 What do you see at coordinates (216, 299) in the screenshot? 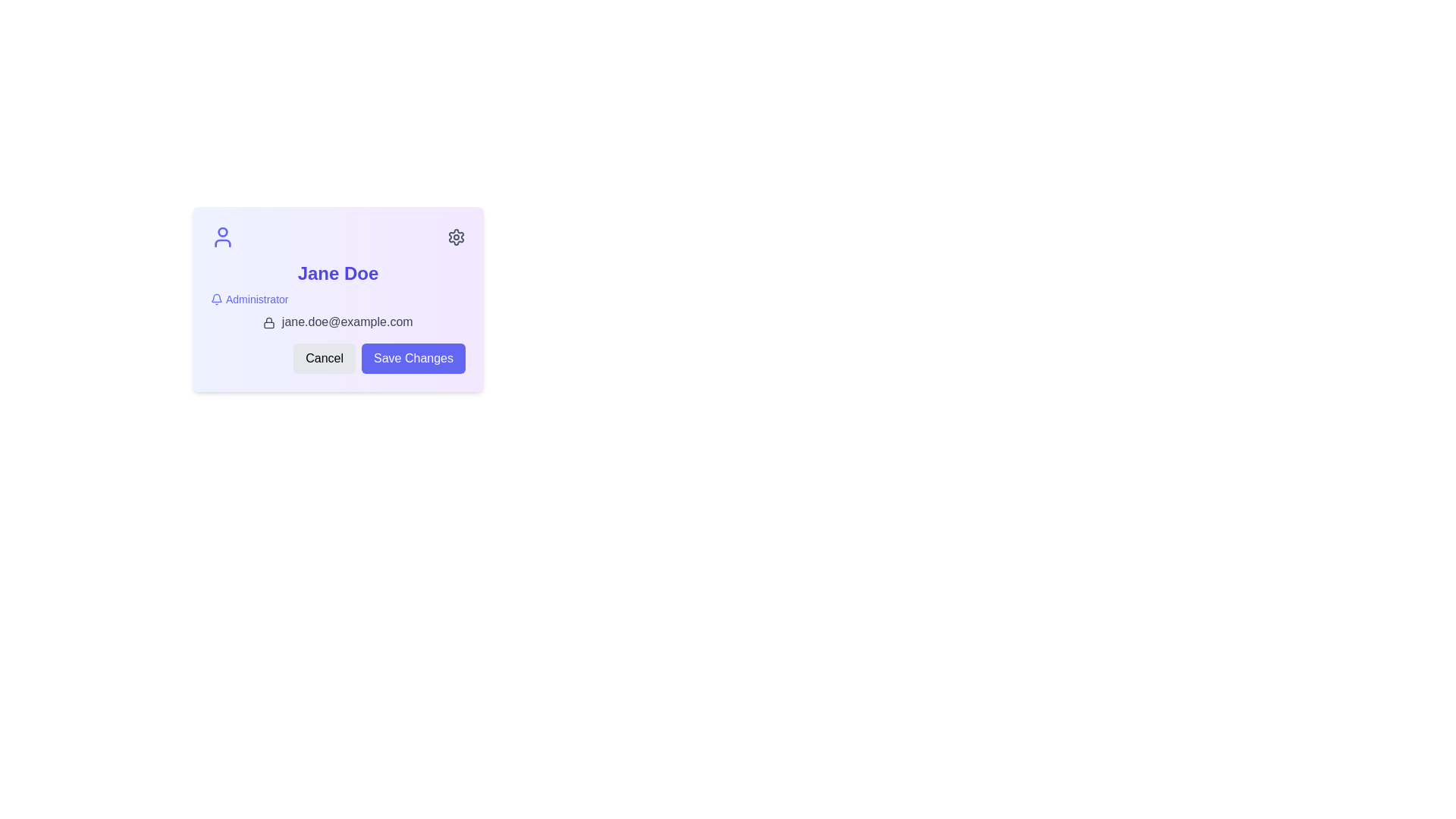
I see `the bell-shaped icon located to the left of the 'Administrator' text in the user profile card` at bounding box center [216, 299].